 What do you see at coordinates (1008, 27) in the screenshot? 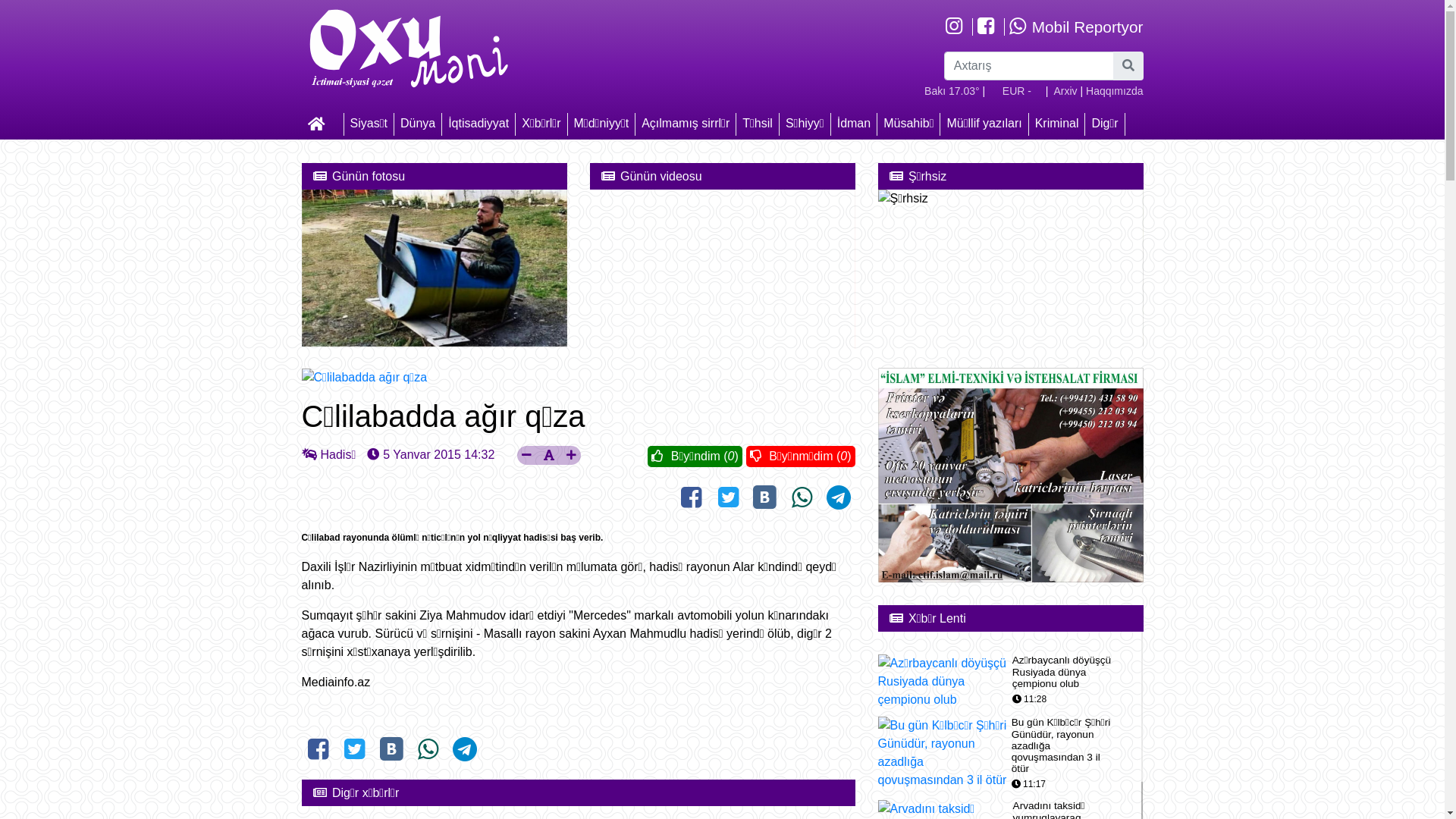
I see `'Mobil Reportyor'` at bounding box center [1008, 27].